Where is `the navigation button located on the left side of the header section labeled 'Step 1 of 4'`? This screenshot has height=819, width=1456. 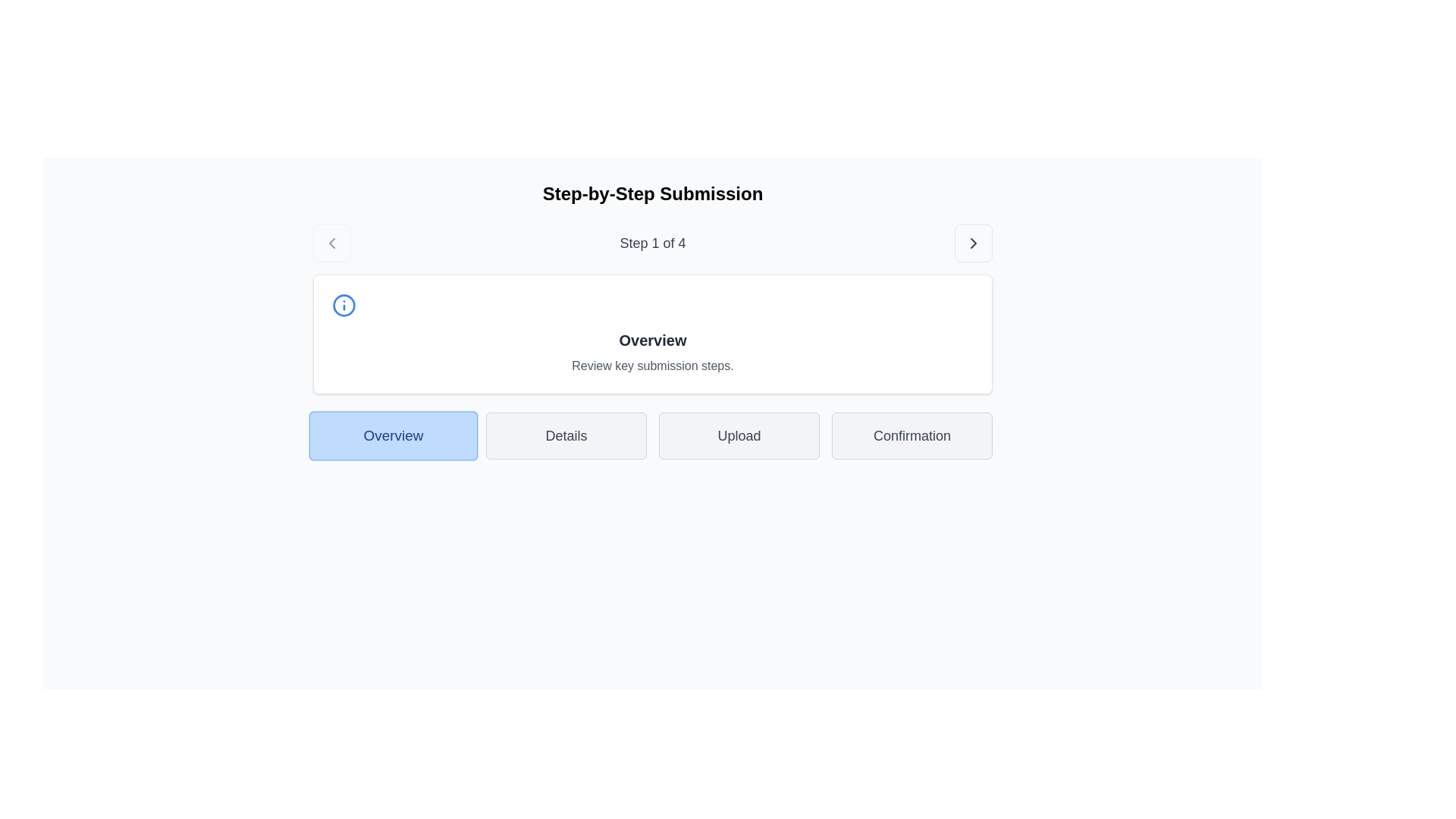
the navigation button located on the left side of the header section labeled 'Step 1 of 4' is located at coordinates (331, 242).